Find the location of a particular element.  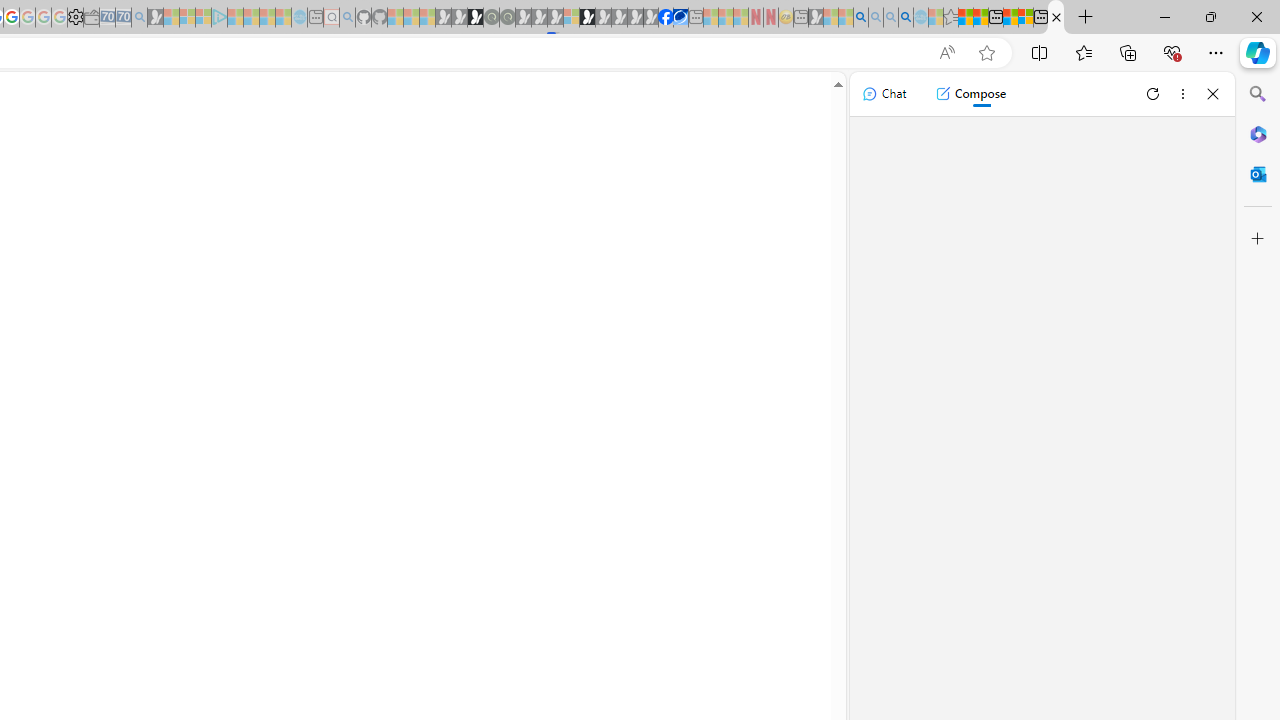

'Bing AI - Search' is located at coordinates (860, 17).